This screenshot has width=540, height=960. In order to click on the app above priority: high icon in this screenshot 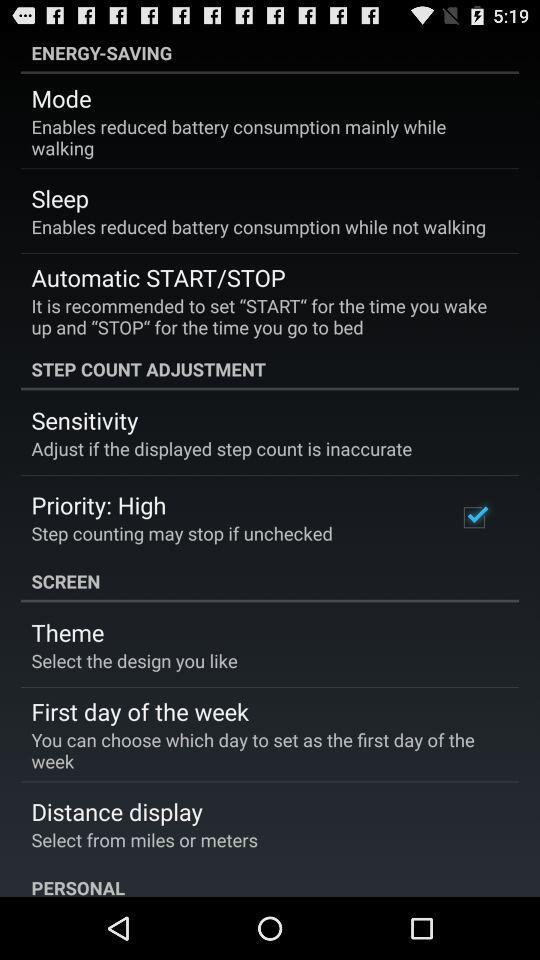, I will do `click(220, 448)`.